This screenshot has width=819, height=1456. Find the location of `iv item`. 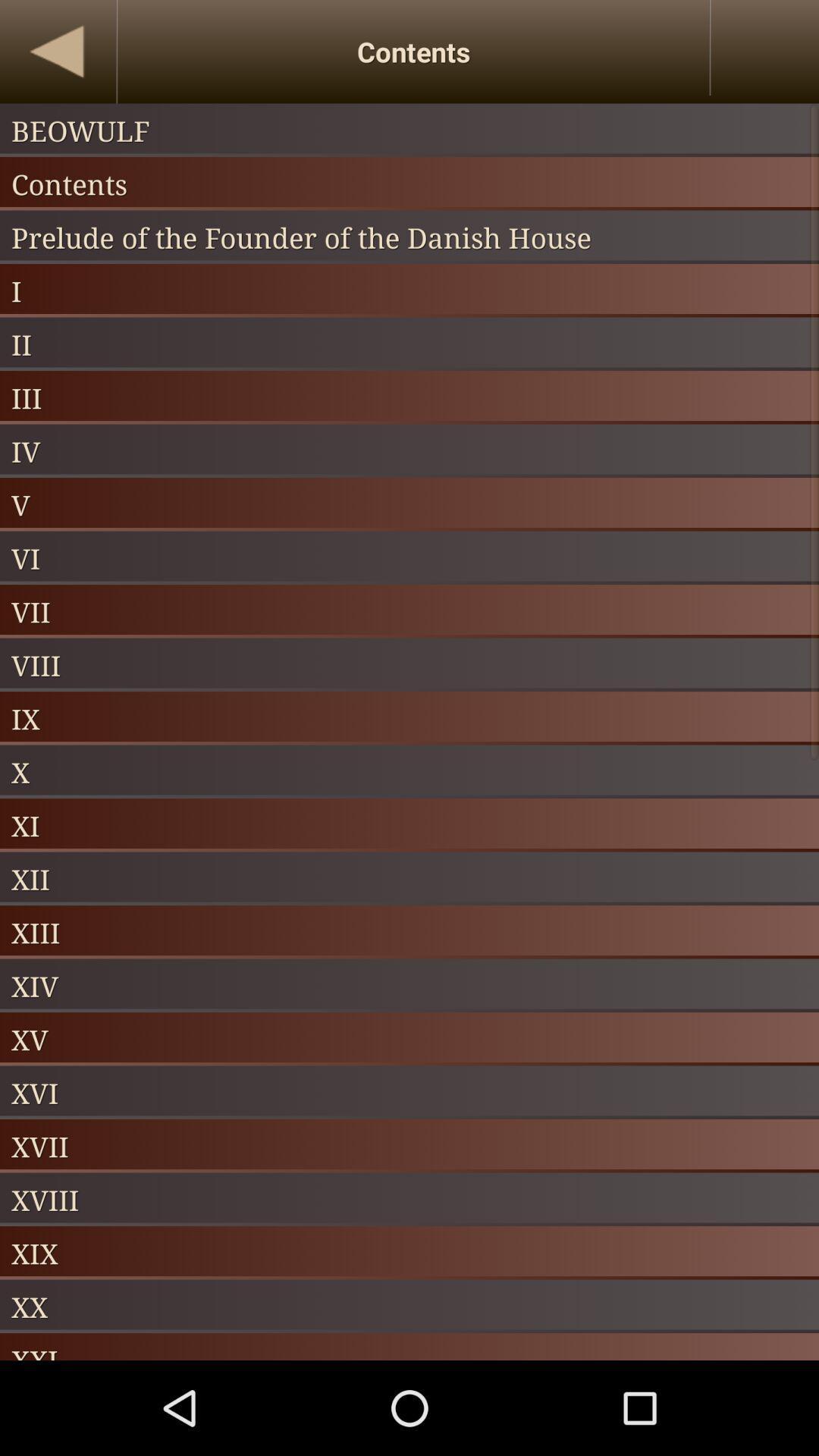

iv item is located at coordinates (409, 450).